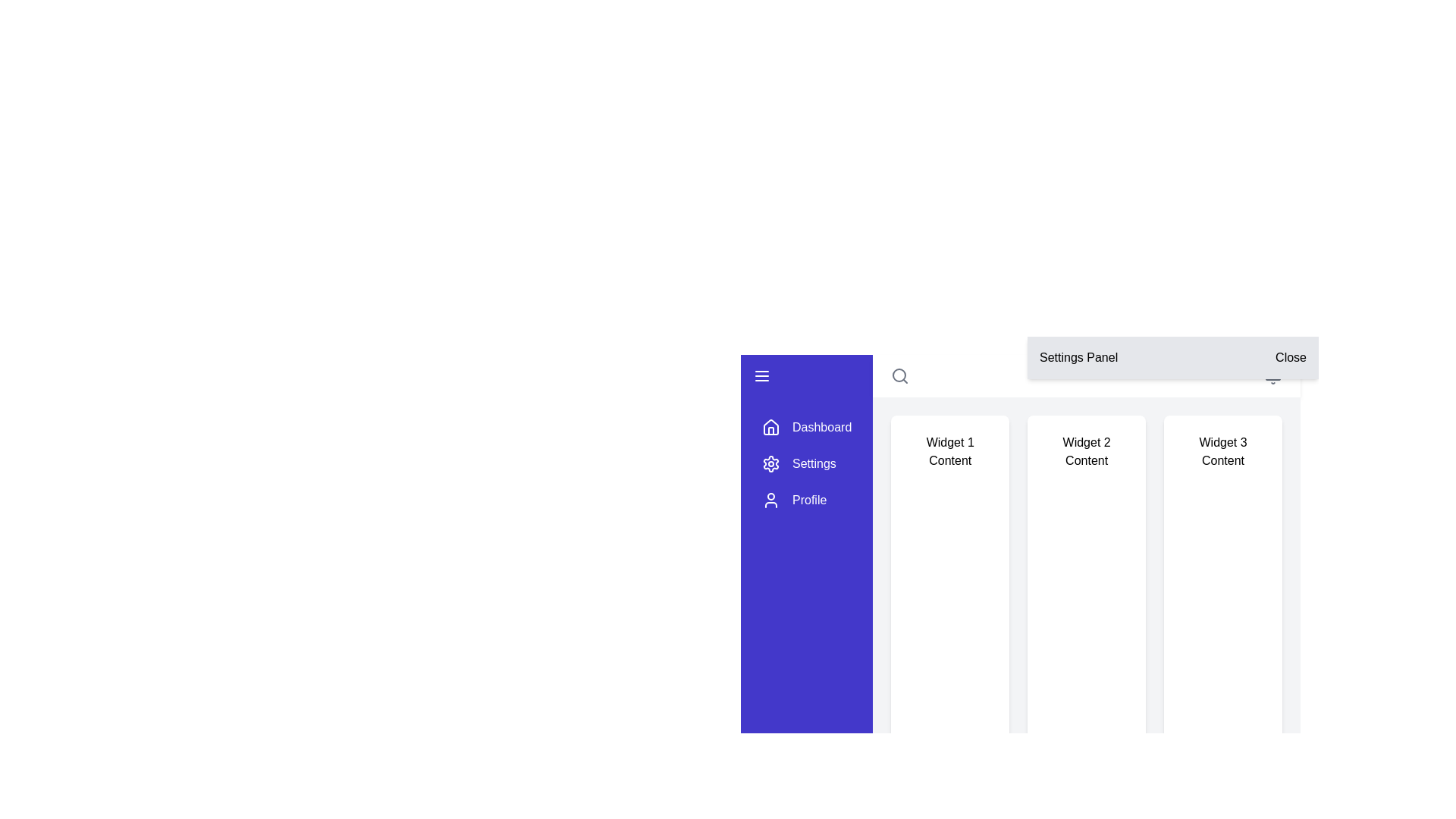 The height and width of the screenshot is (819, 1456). What do you see at coordinates (806, 463) in the screenshot?
I see `the 'Settings' menu item located in the vertical navigation panel, which features a gear icon and a purple background` at bounding box center [806, 463].